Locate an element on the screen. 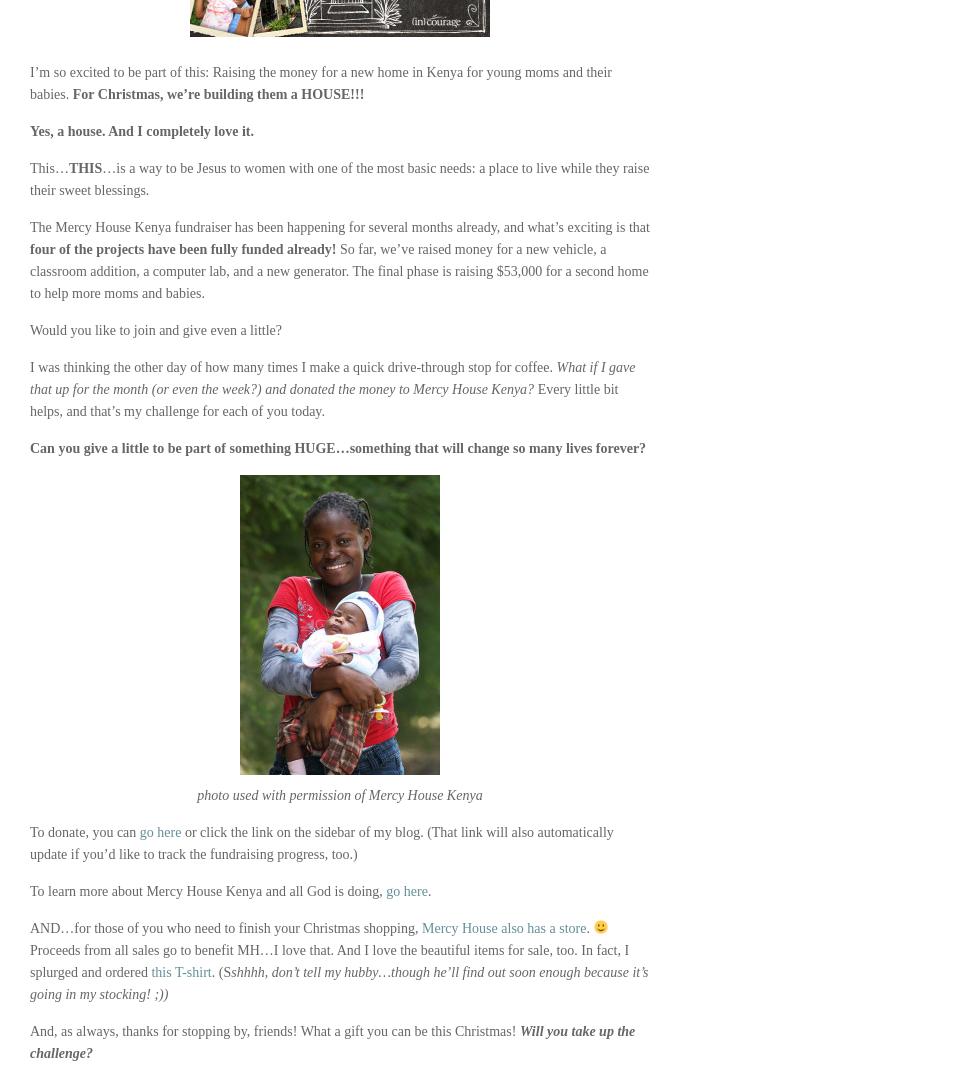 The image size is (965, 1073). 'For Christmas, we’re building them a HOUSE!!!' is located at coordinates (217, 94).